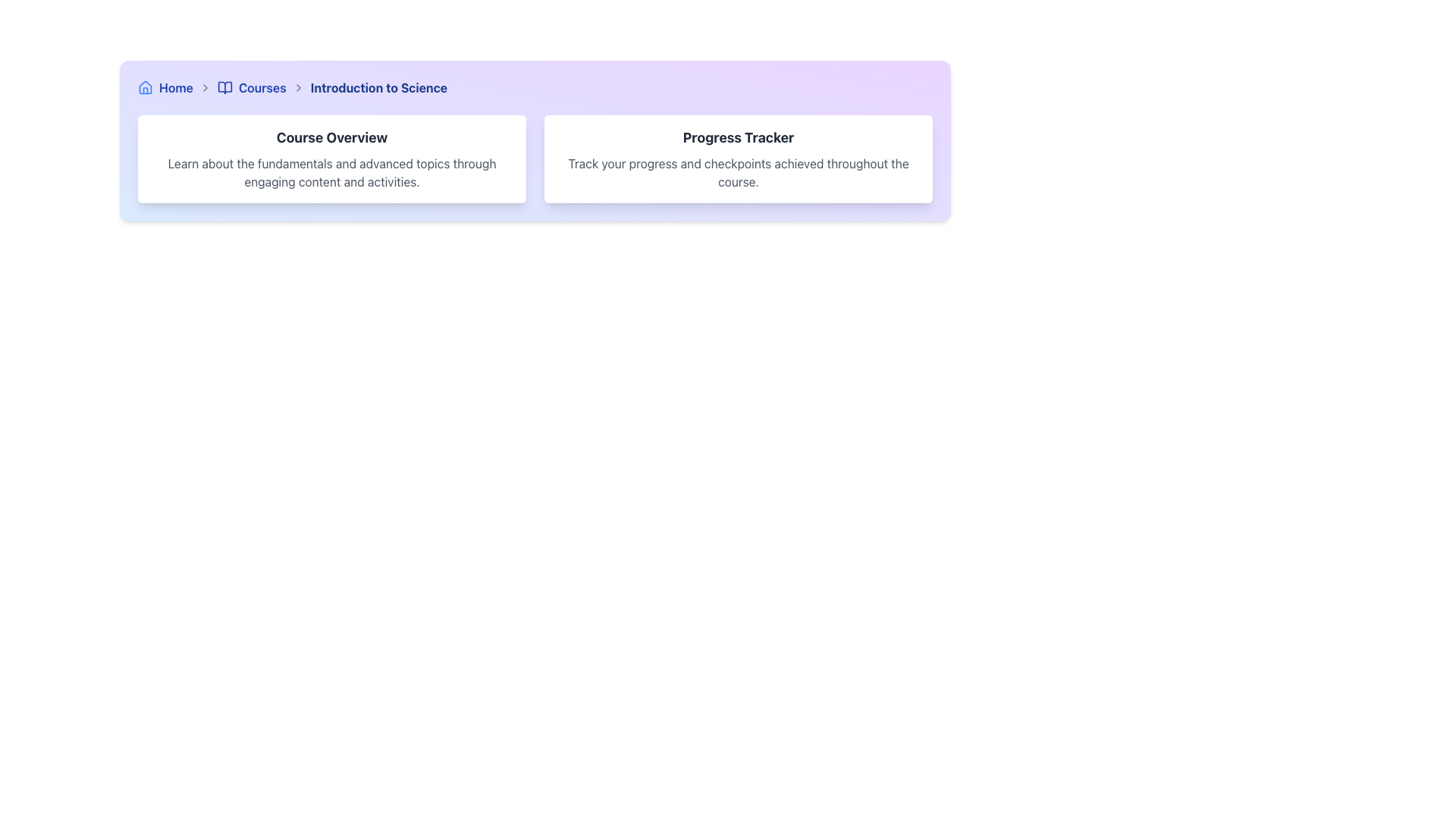 The image size is (1456, 819). Describe the element at coordinates (146, 87) in the screenshot. I see `the home icon at the start of the breadcrumb navigation menu` at that location.